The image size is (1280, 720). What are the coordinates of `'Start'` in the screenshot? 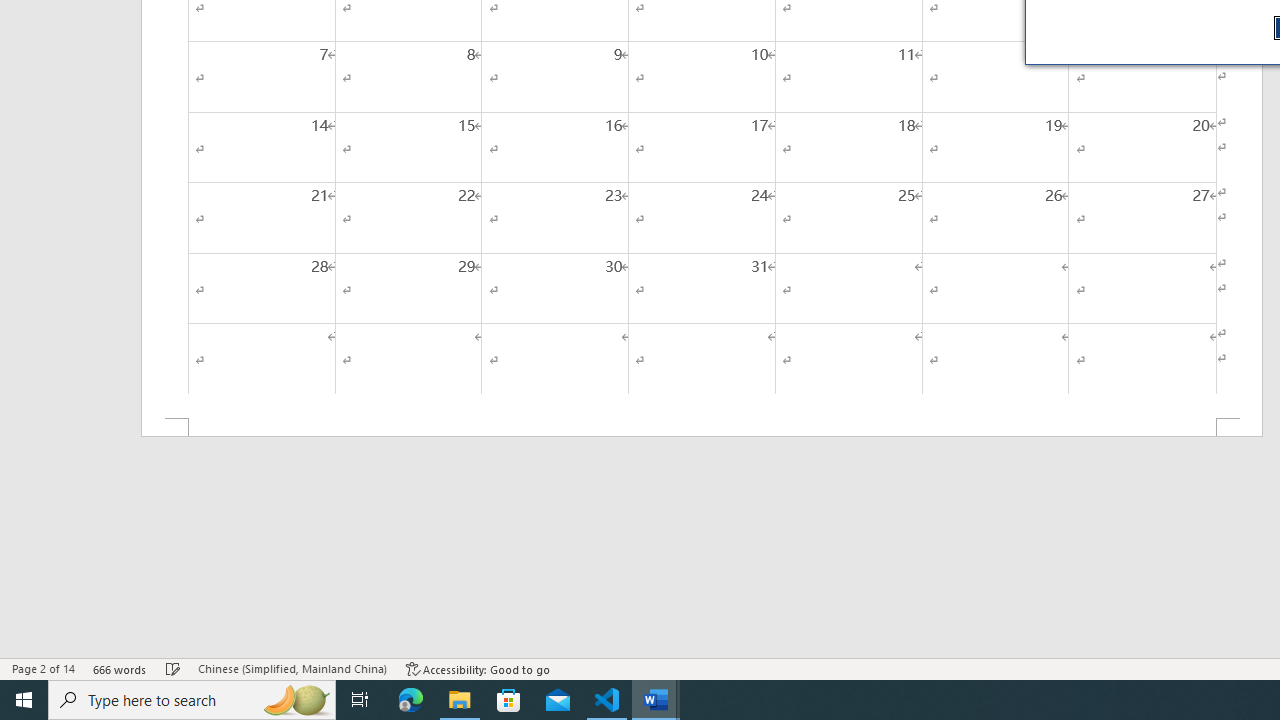 It's located at (24, 698).